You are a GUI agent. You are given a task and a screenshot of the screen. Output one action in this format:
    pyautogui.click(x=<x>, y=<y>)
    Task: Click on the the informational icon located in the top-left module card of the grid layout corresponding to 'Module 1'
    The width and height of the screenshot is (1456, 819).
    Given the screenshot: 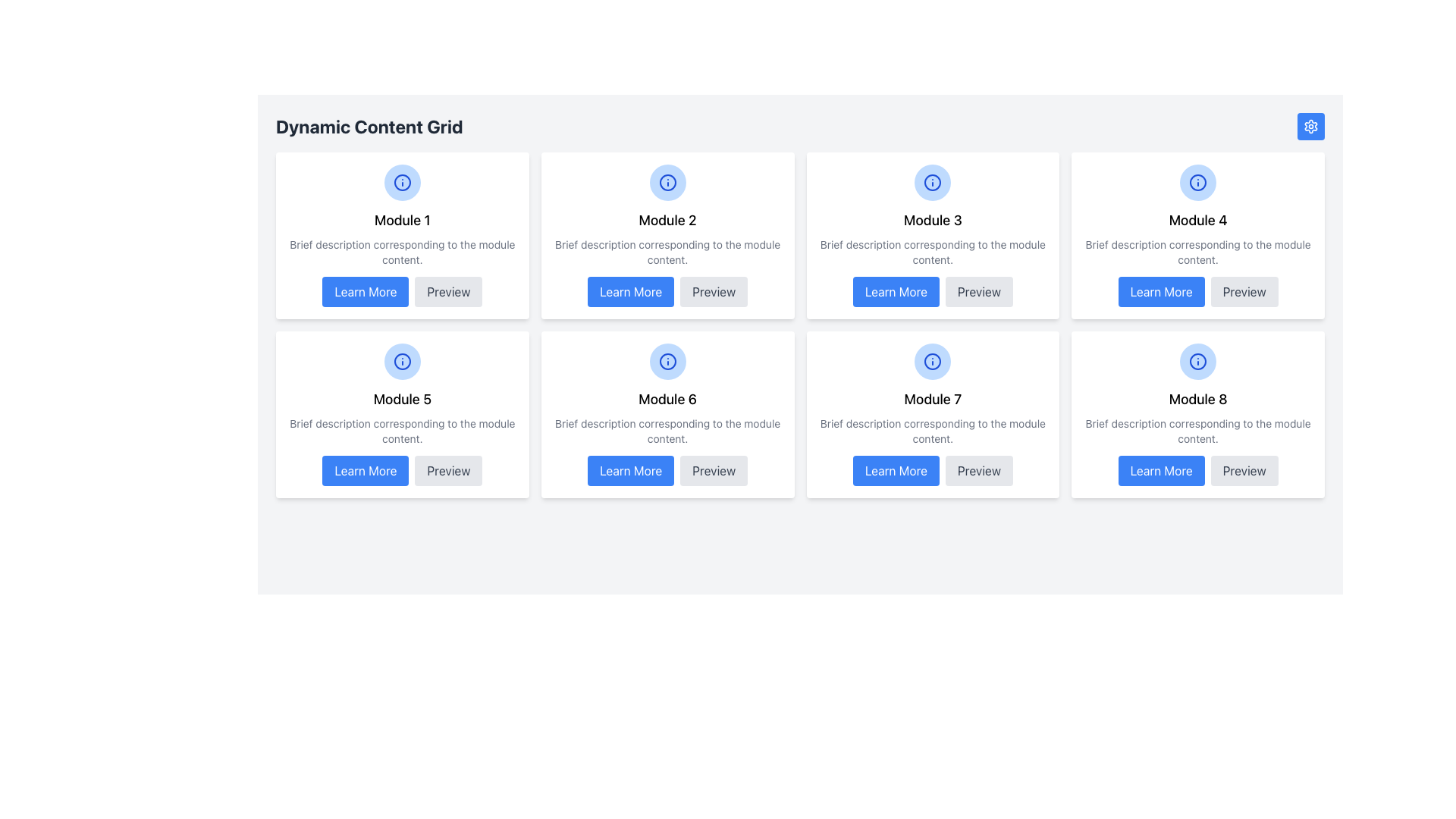 What is the action you would take?
    pyautogui.click(x=402, y=181)
    